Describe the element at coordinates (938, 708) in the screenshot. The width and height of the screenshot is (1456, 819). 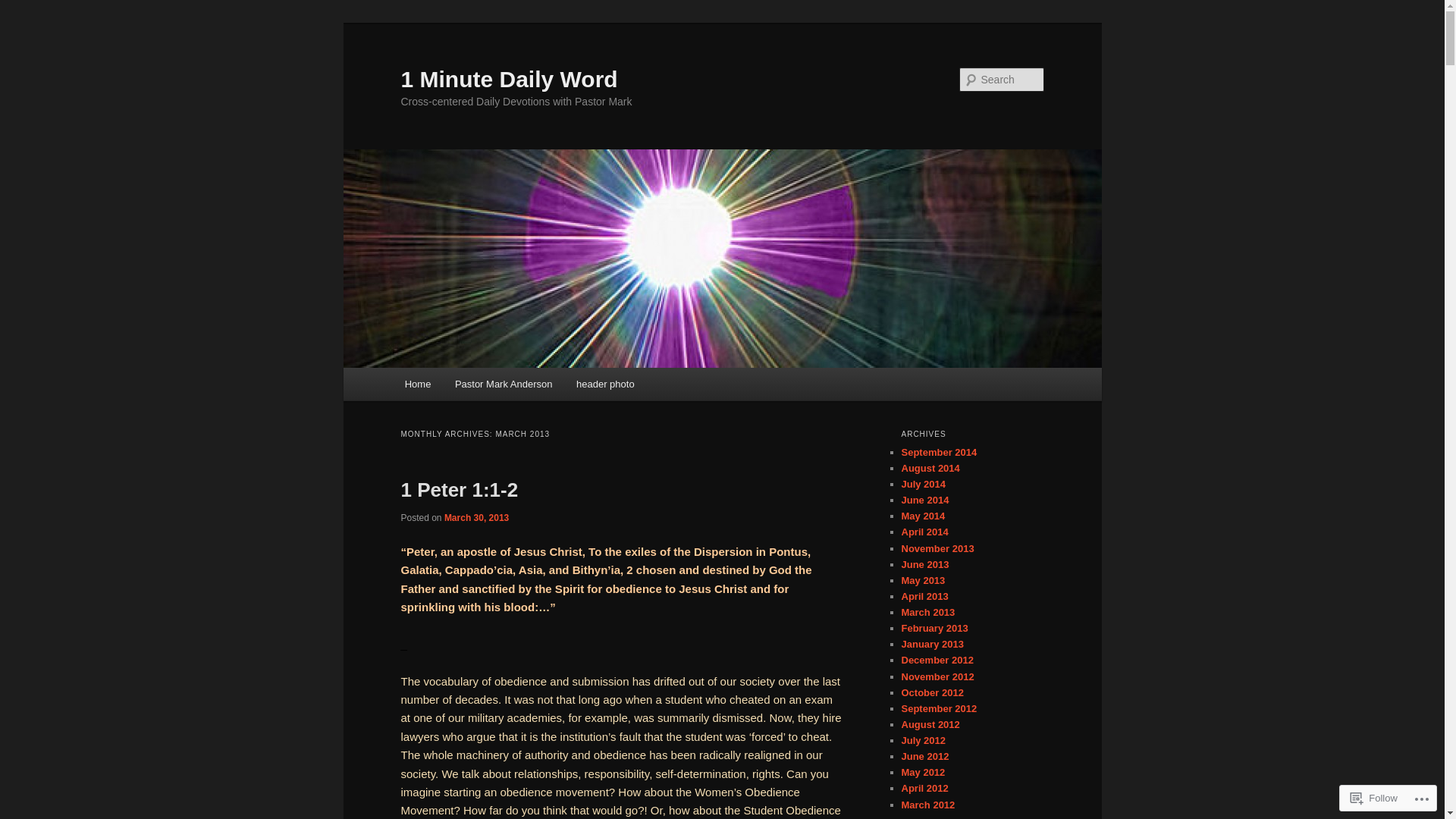
I see `'September 2012'` at that location.